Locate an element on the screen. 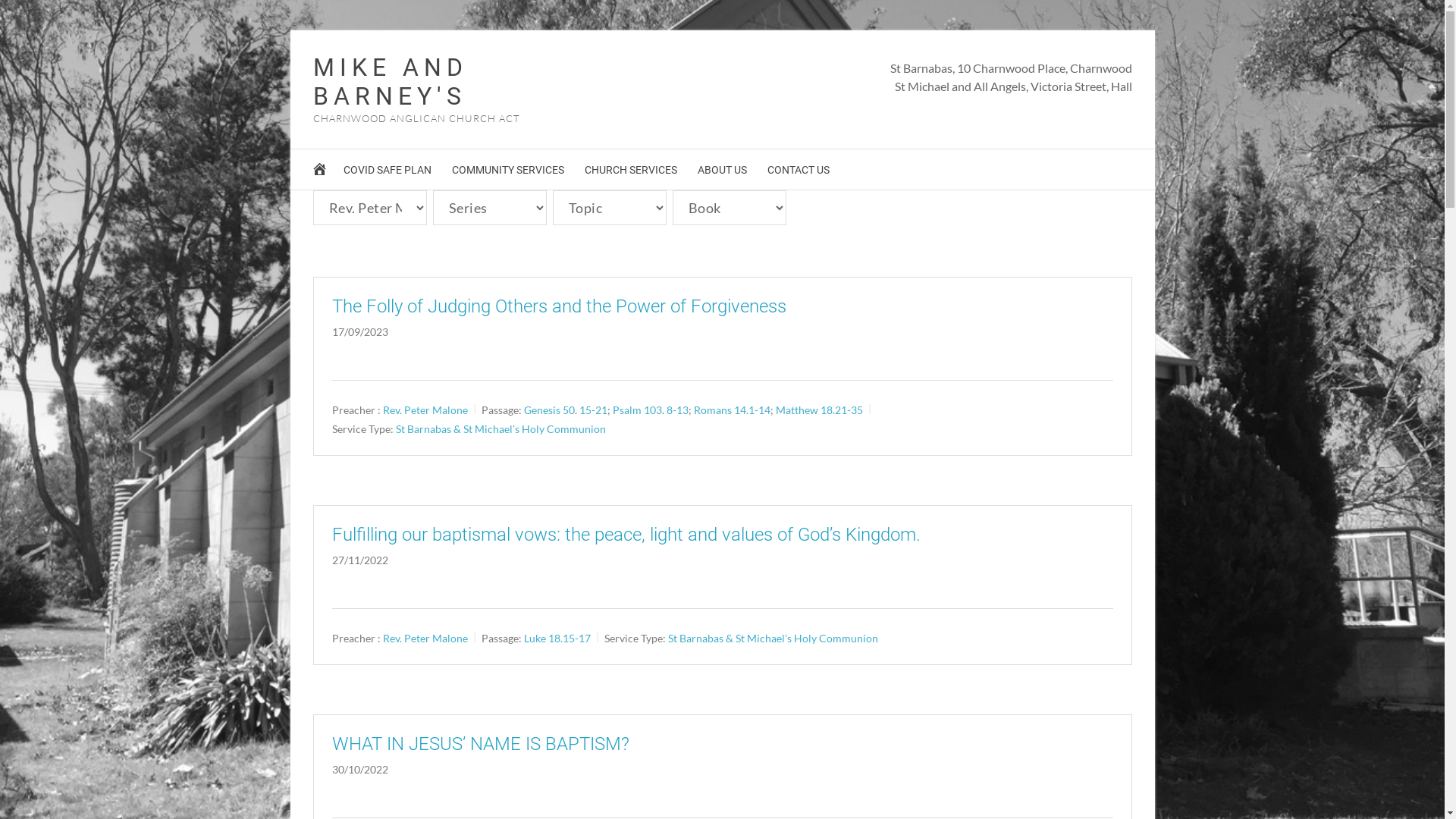  'Rev. Peter Malone' is located at coordinates (382, 638).